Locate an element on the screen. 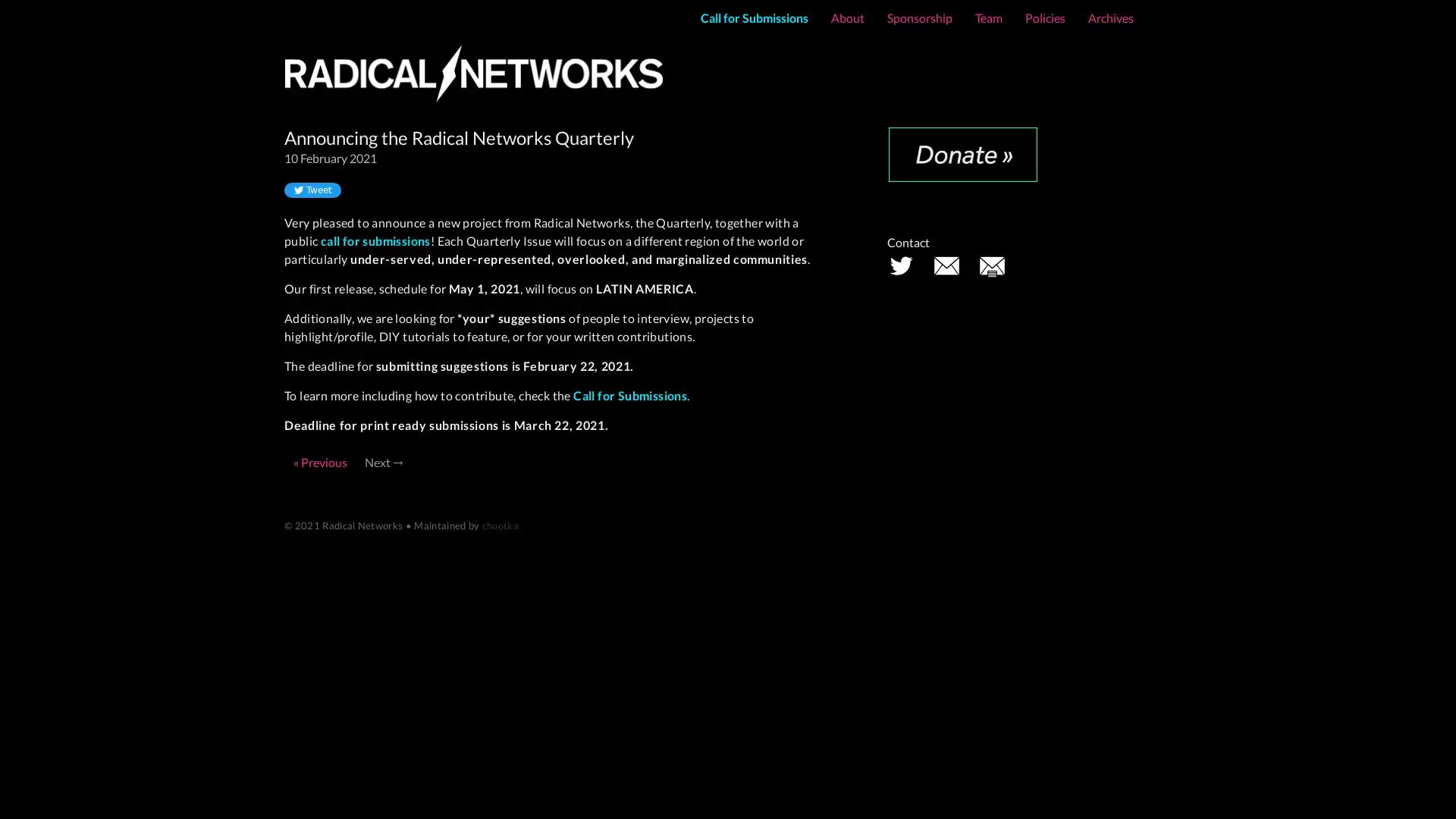 The width and height of the screenshot is (1456, 819). Donate with PayPal button is located at coordinates (962, 155).